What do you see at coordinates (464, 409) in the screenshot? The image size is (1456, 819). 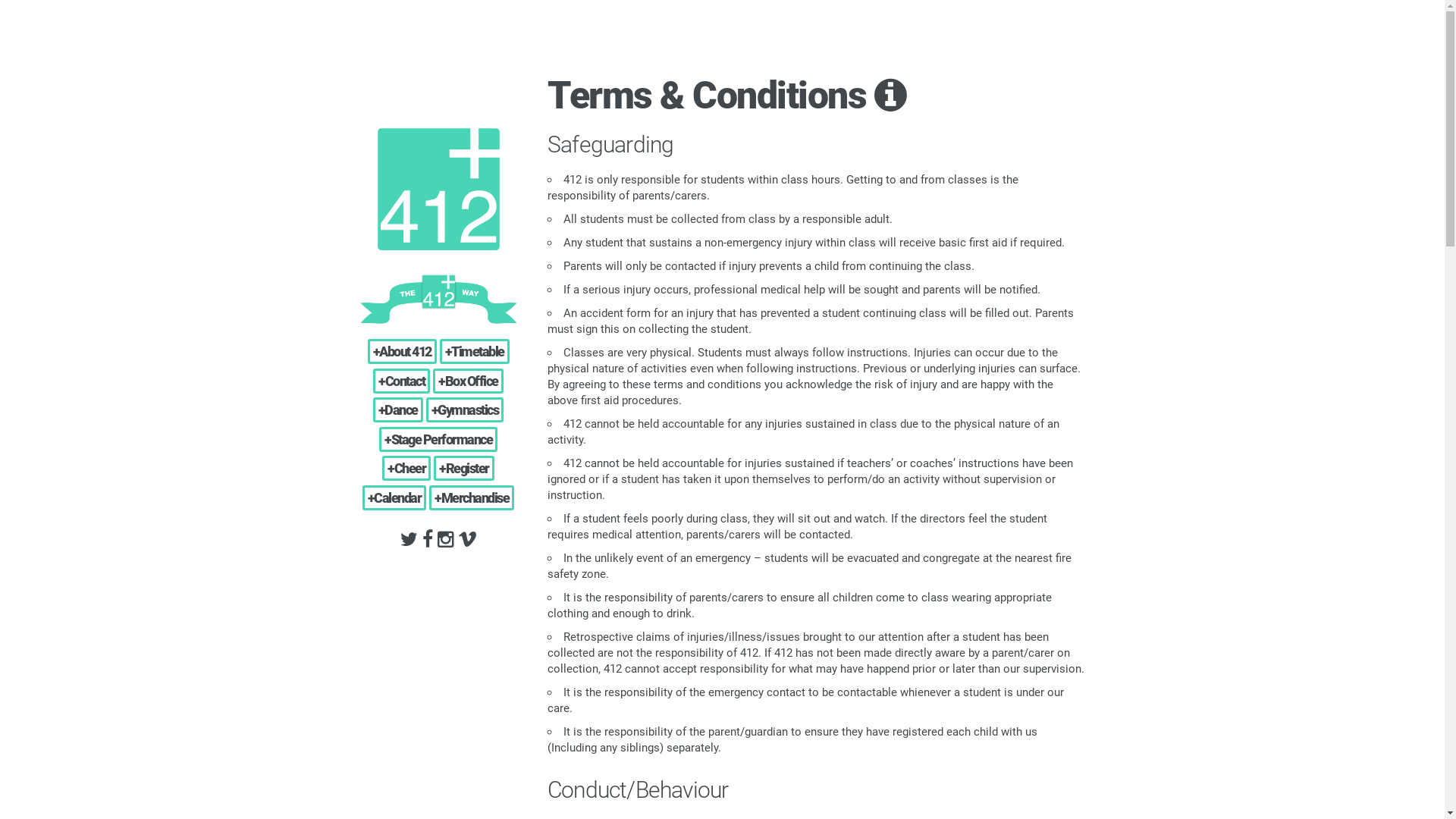 I see `'+Gymnastics'` at bounding box center [464, 409].